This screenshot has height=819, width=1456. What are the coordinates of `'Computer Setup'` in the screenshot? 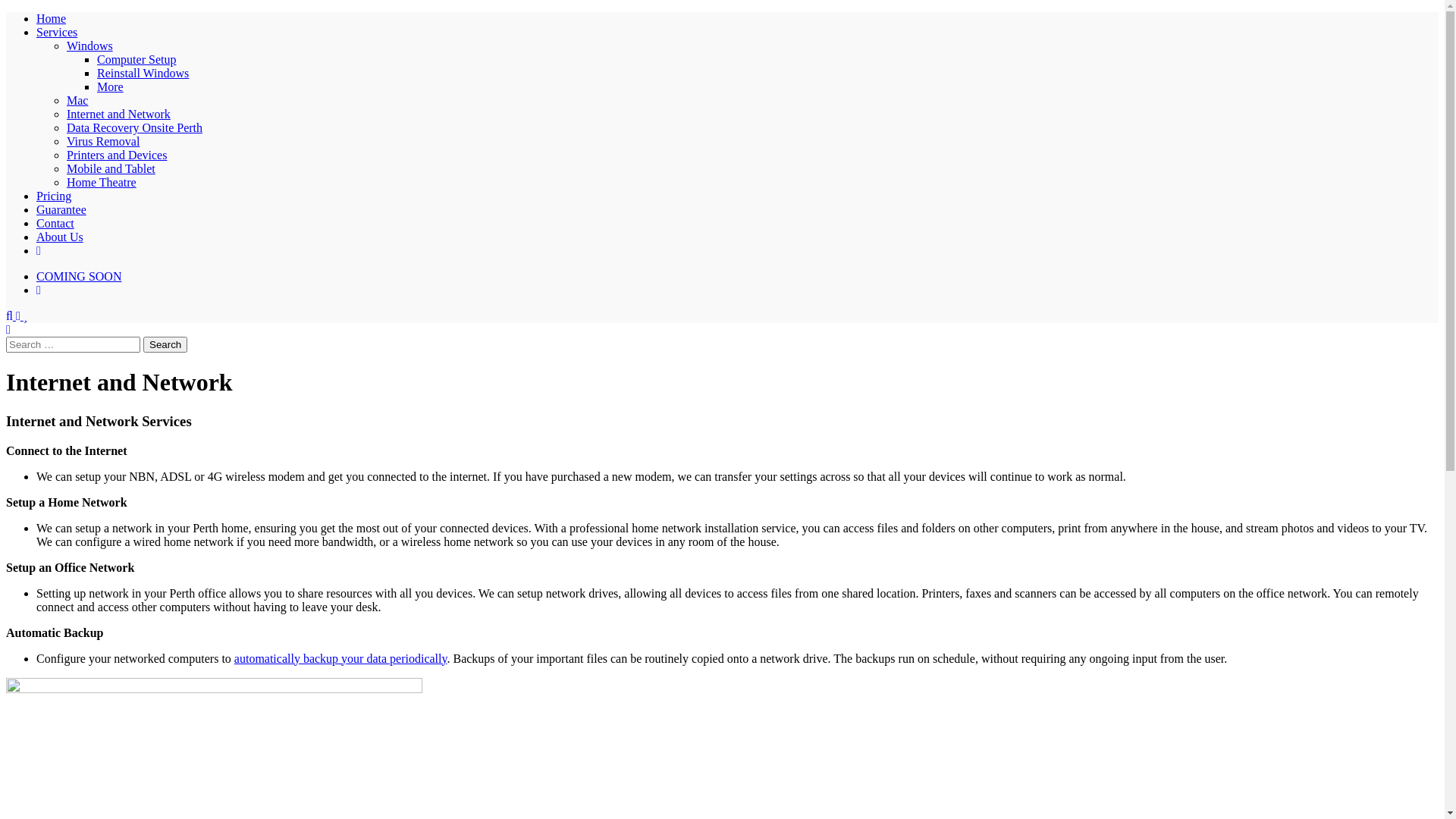 It's located at (136, 58).